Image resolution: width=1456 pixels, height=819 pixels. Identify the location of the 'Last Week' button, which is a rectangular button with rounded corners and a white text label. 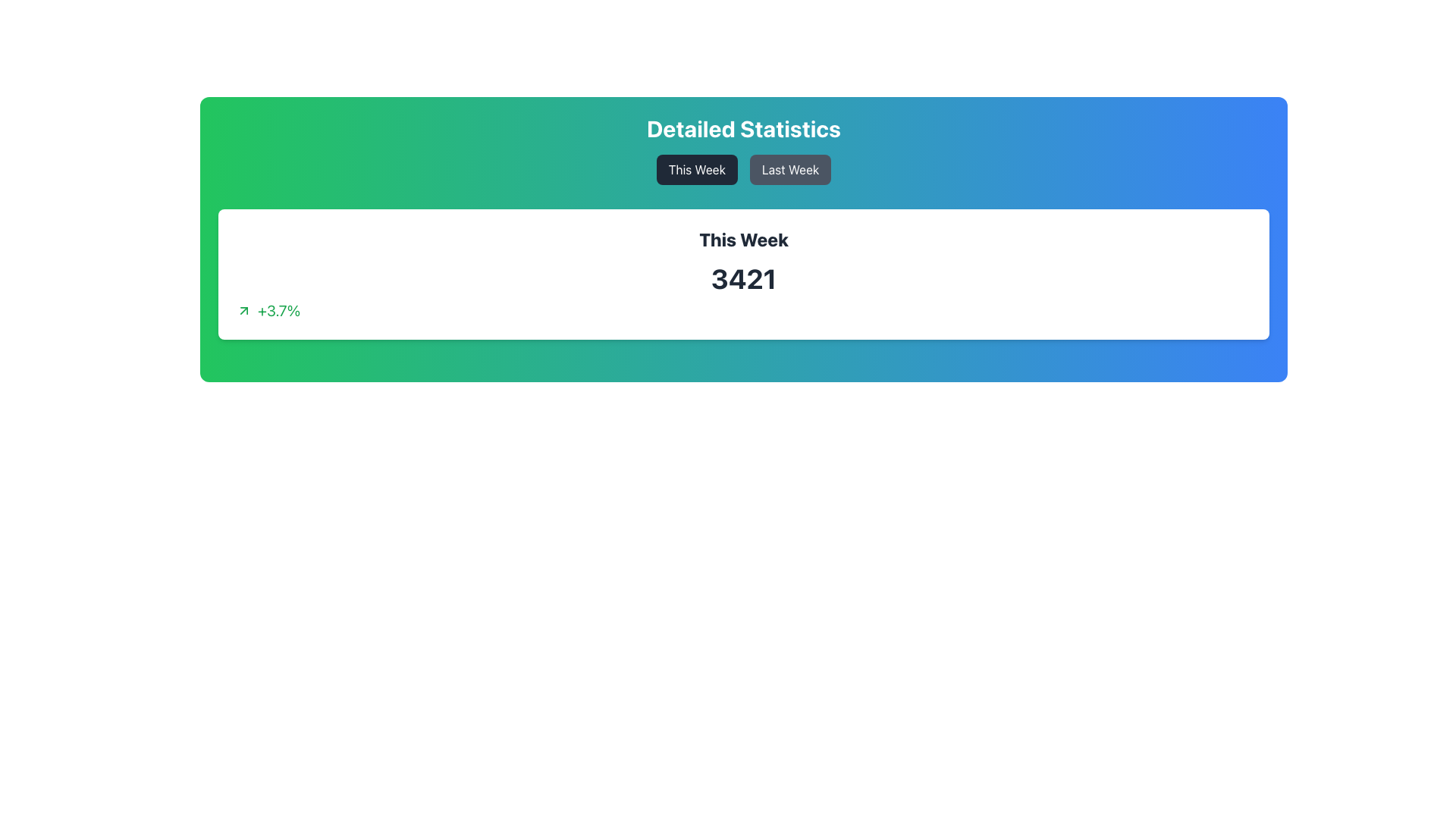
(789, 169).